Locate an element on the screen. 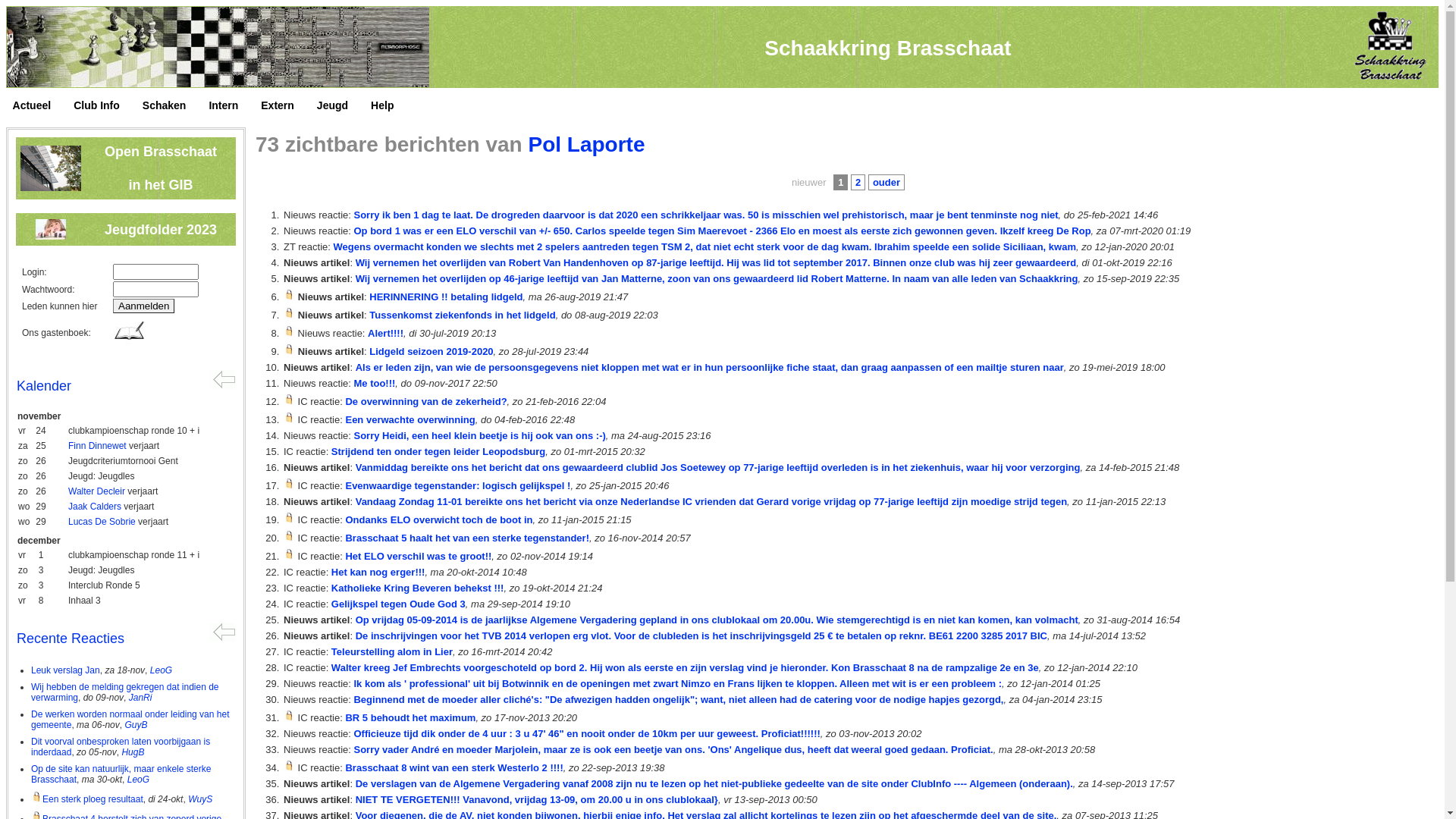 The image size is (1456, 819). 'Enkel zichtbaar voor clubleden' is located at coordinates (289, 330).